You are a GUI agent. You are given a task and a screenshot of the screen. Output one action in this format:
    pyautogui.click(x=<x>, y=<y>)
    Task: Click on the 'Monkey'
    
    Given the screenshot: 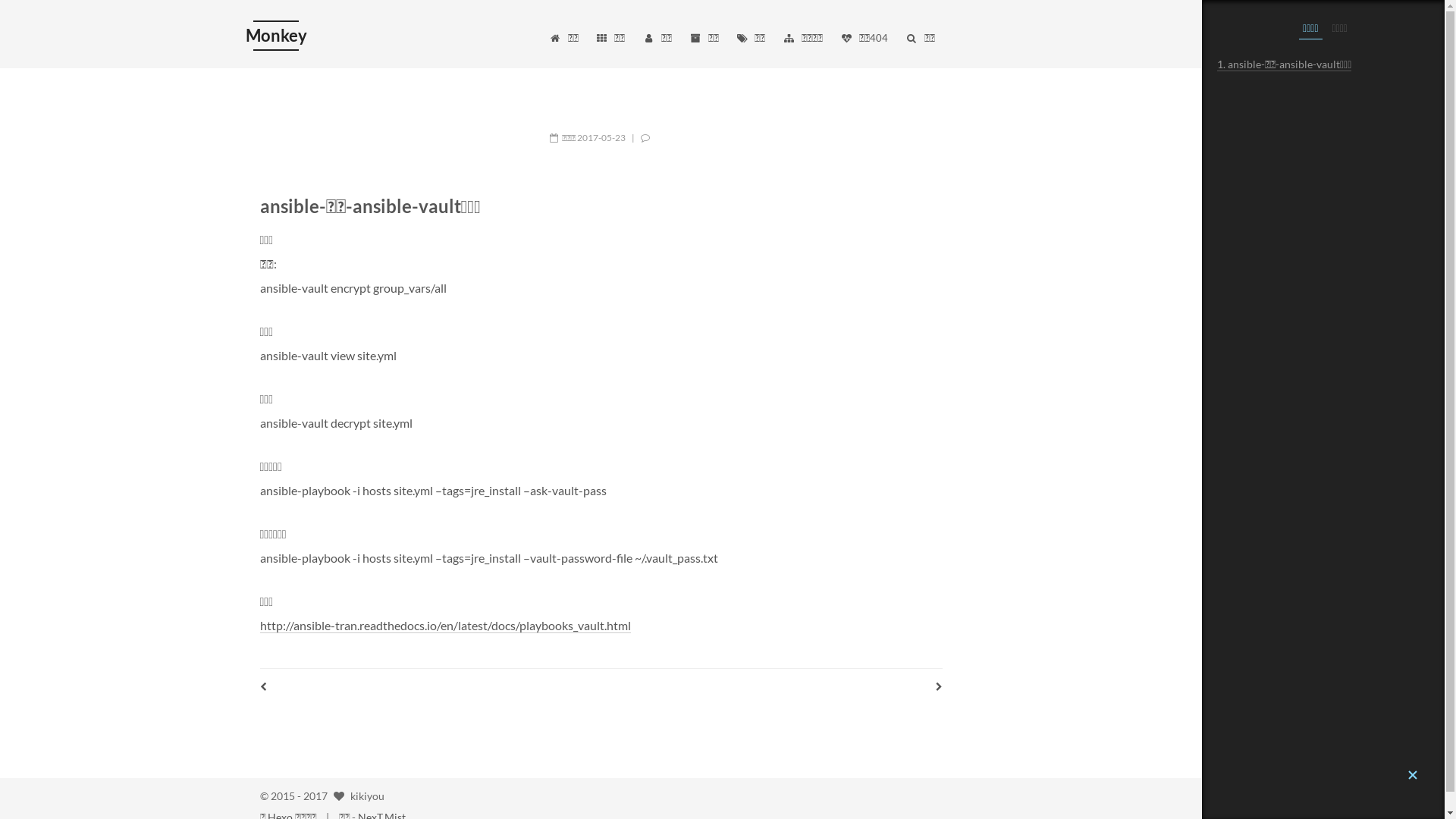 What is the action you would take?
    pyautogui.click(x=275, y=34)
    